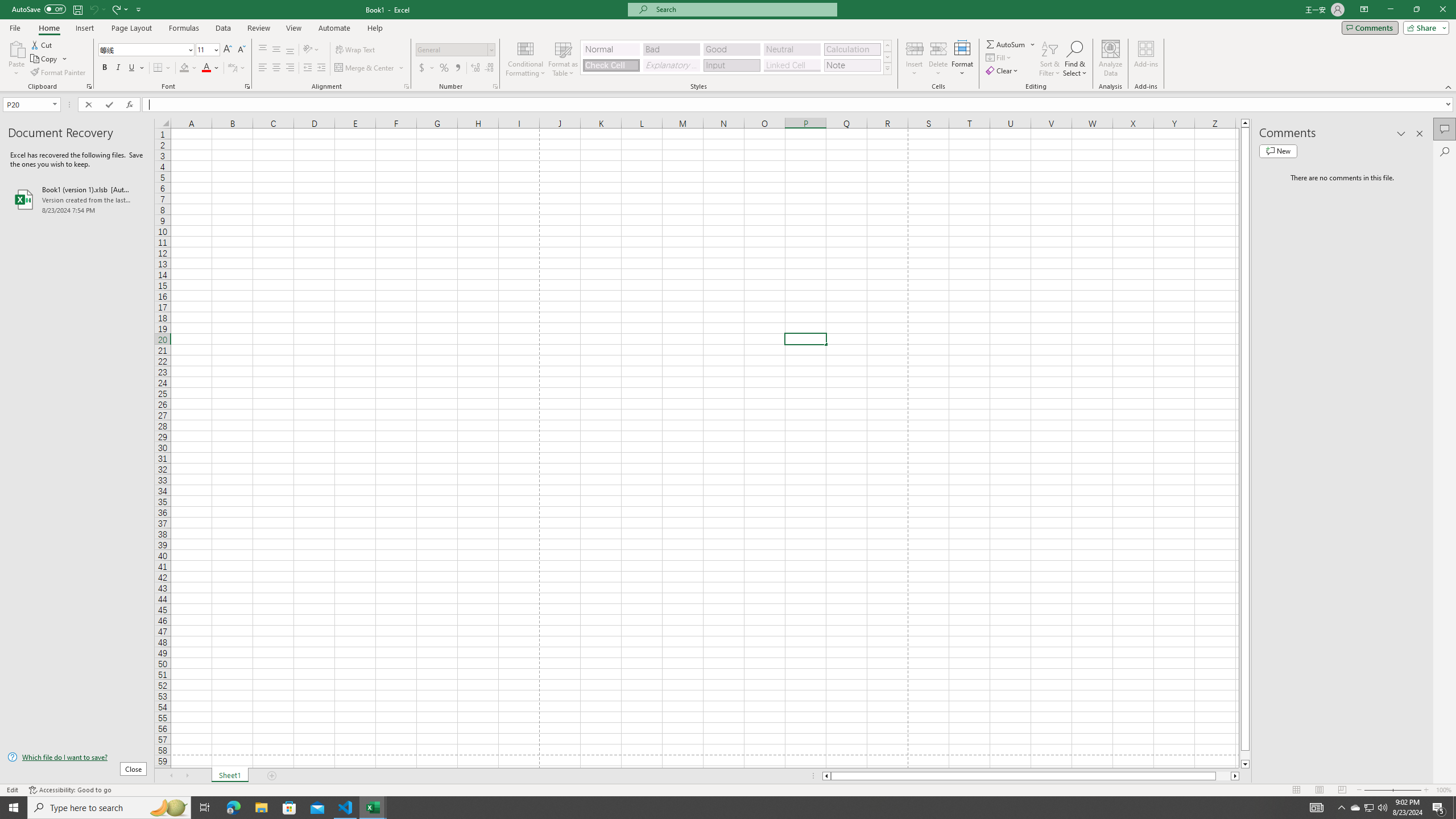 This screenshot has width=1456, height=819. Describe the element at coordinates (88, 85) in the screenshot. I see `'Office Clipboard...'` at that location.